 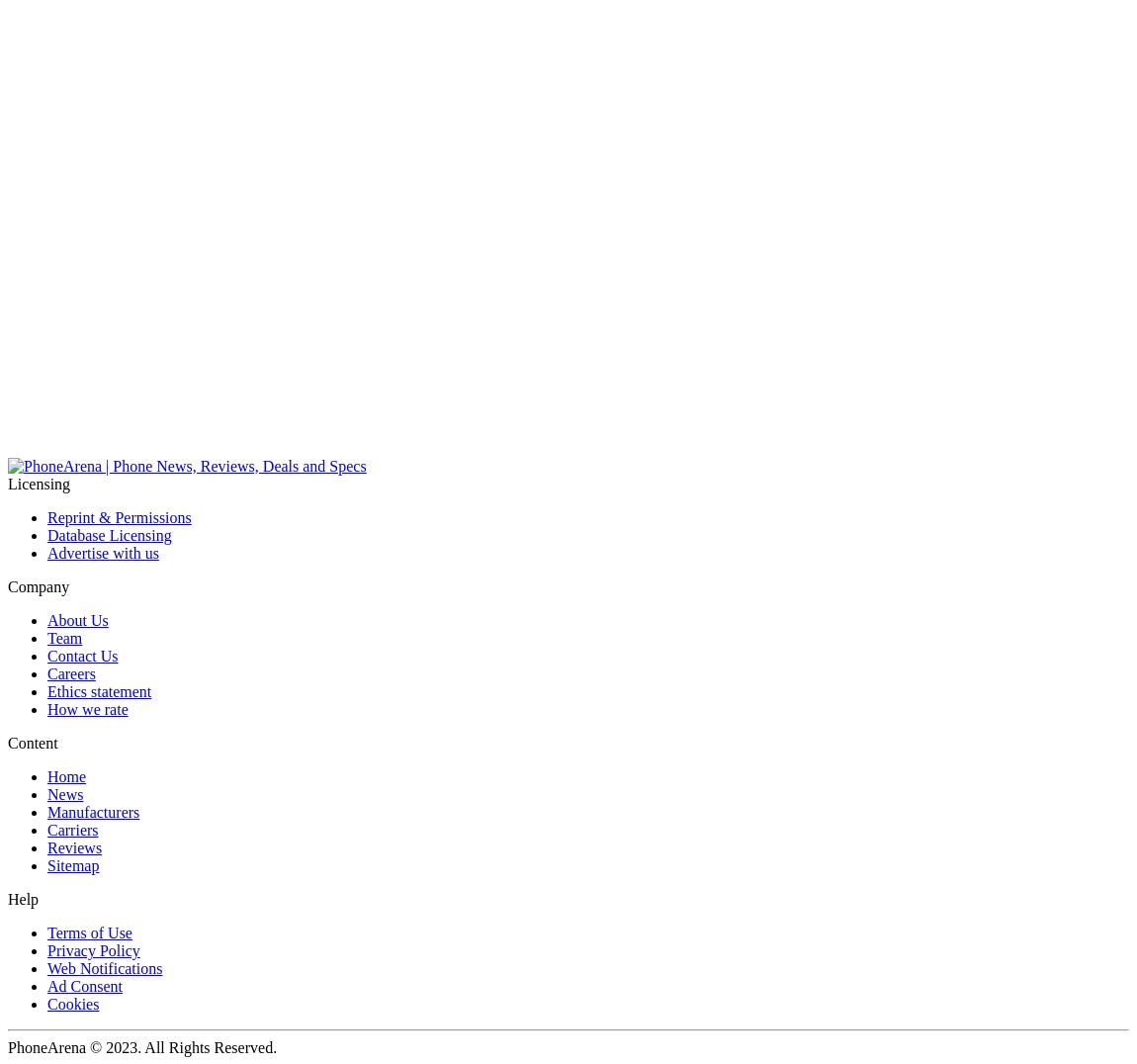 What do you see at coordinates (65, 776) in the screenshot?
I see `'Home'` at bounding box center [65, 776].